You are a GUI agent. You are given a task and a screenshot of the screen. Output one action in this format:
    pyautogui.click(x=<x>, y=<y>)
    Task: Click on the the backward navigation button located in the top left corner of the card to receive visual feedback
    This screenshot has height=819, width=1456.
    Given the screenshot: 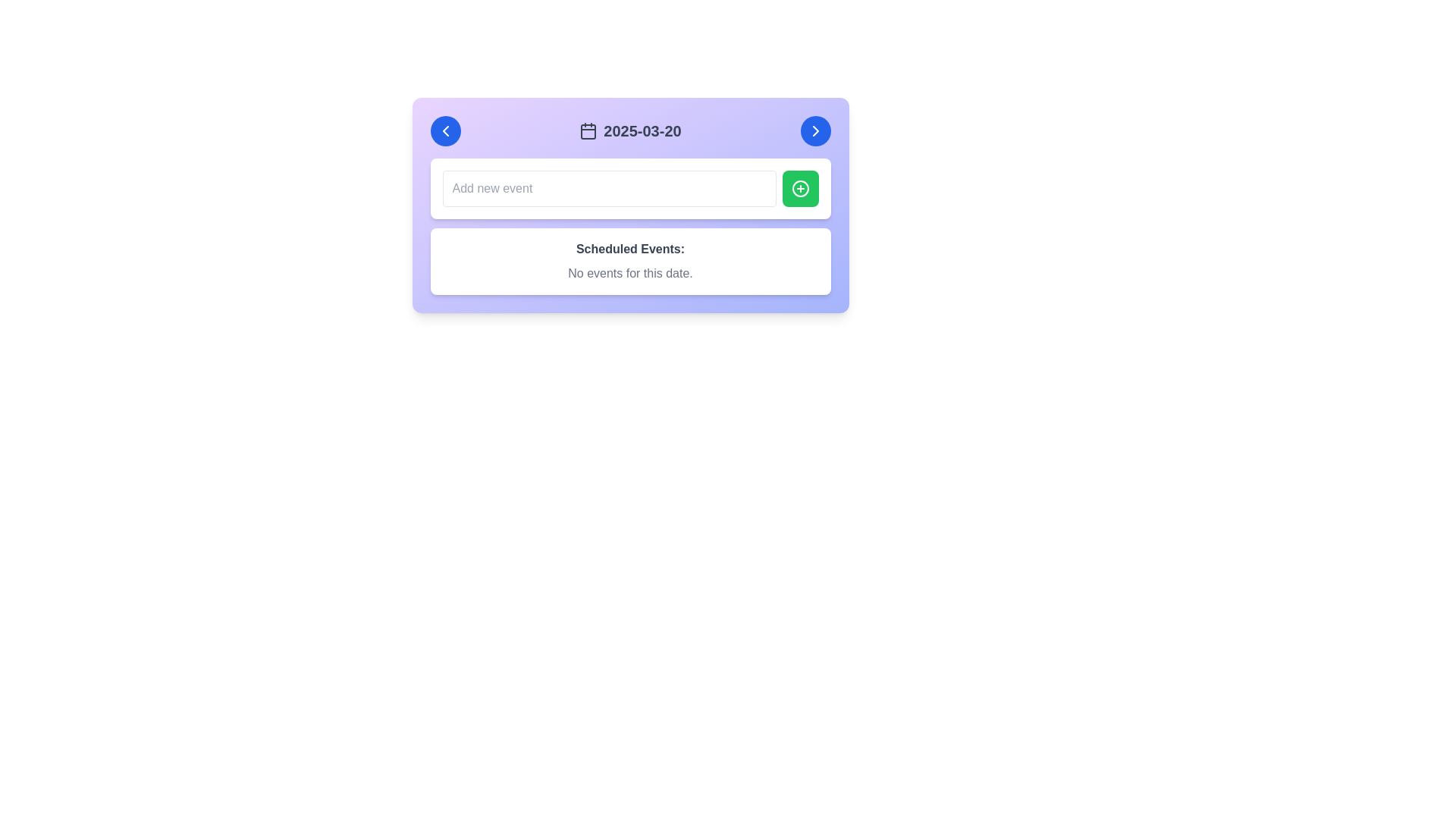 What is the action you would take?
    pyautogui.click(x=444, y=130)
    